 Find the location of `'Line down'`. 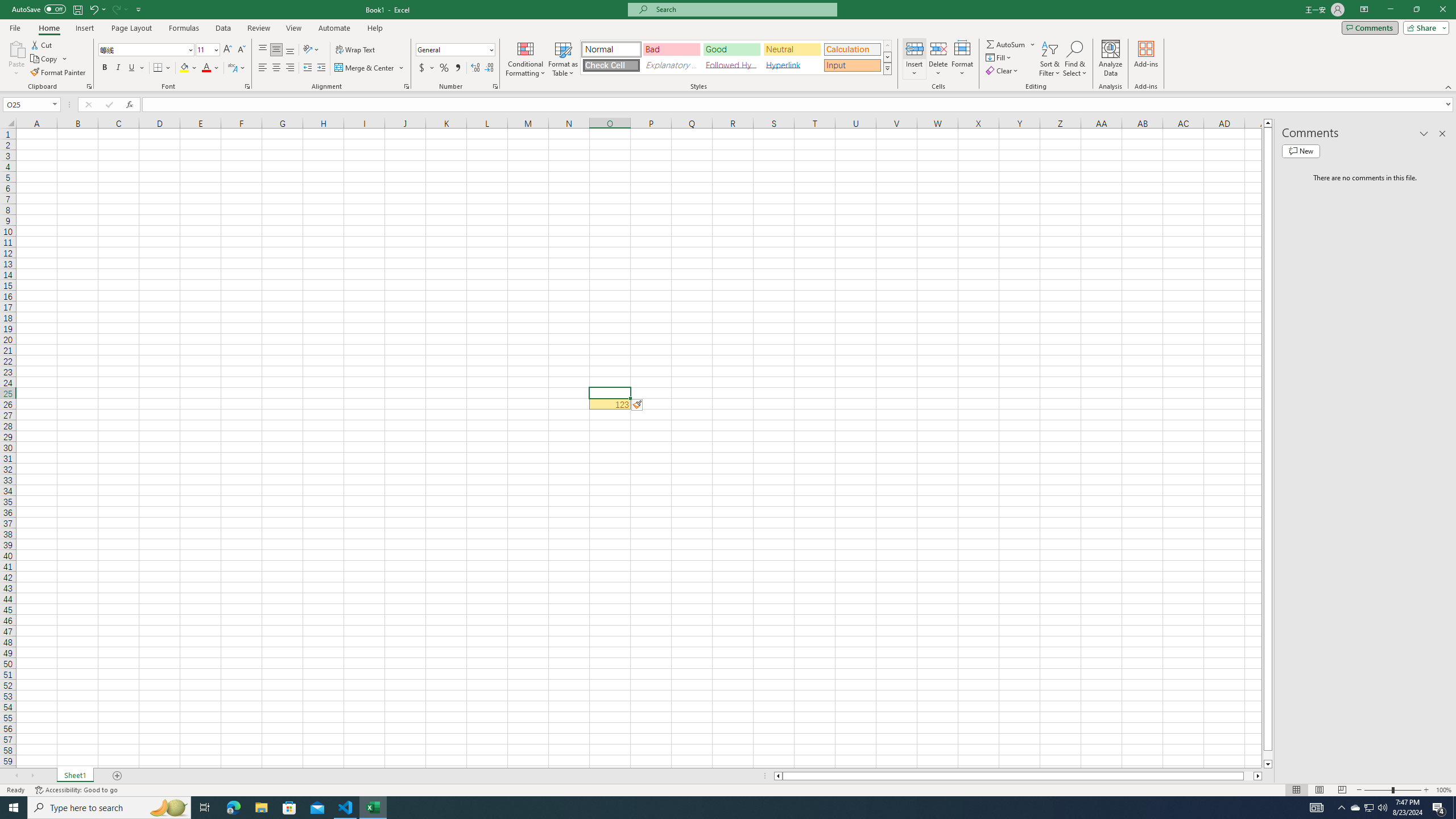

'Line down' is located at coordinates (1268, 764).